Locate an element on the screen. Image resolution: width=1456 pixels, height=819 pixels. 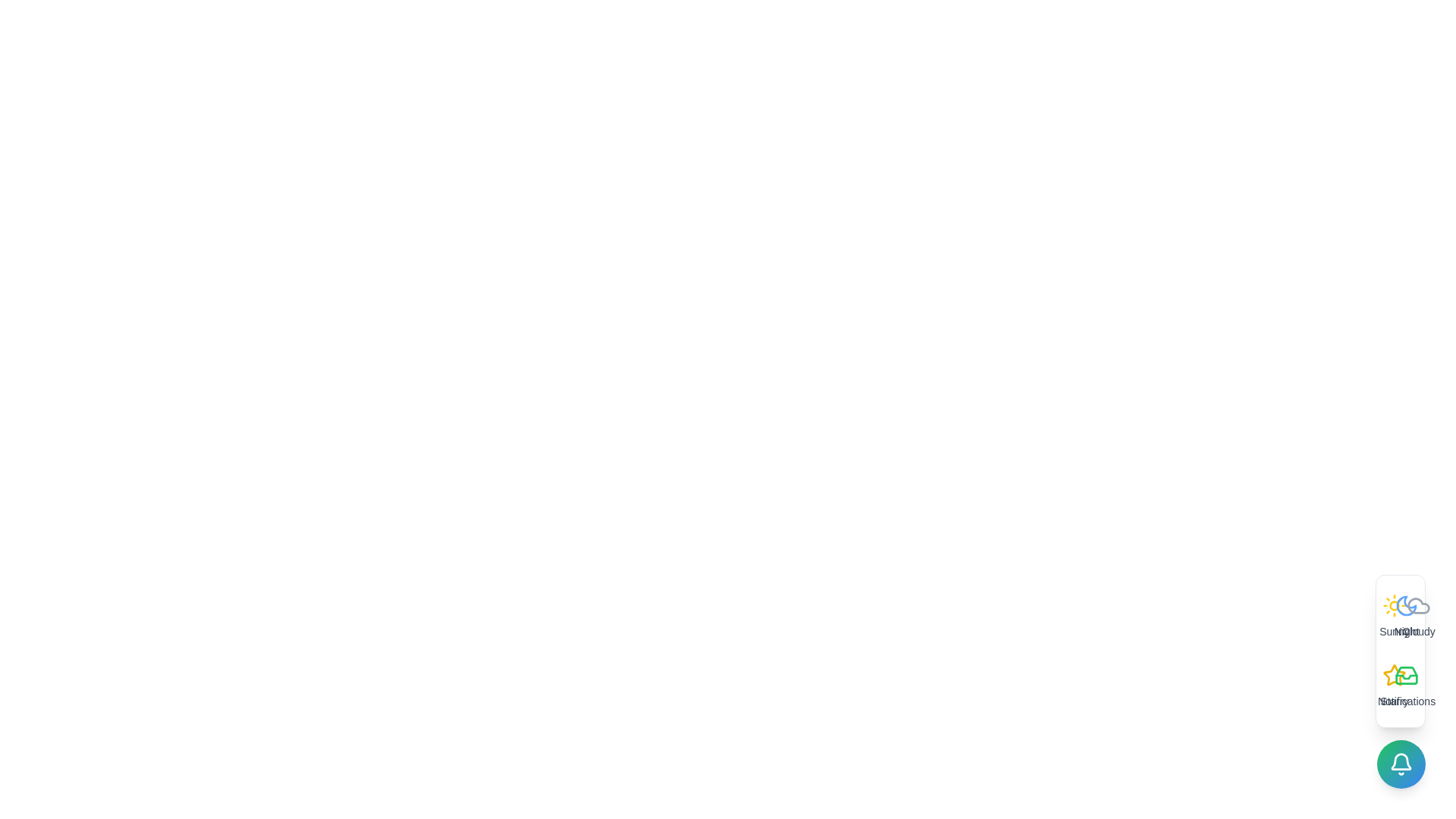
the option Sunny to trigger its hover effect is located at coordinates (1394, 617).